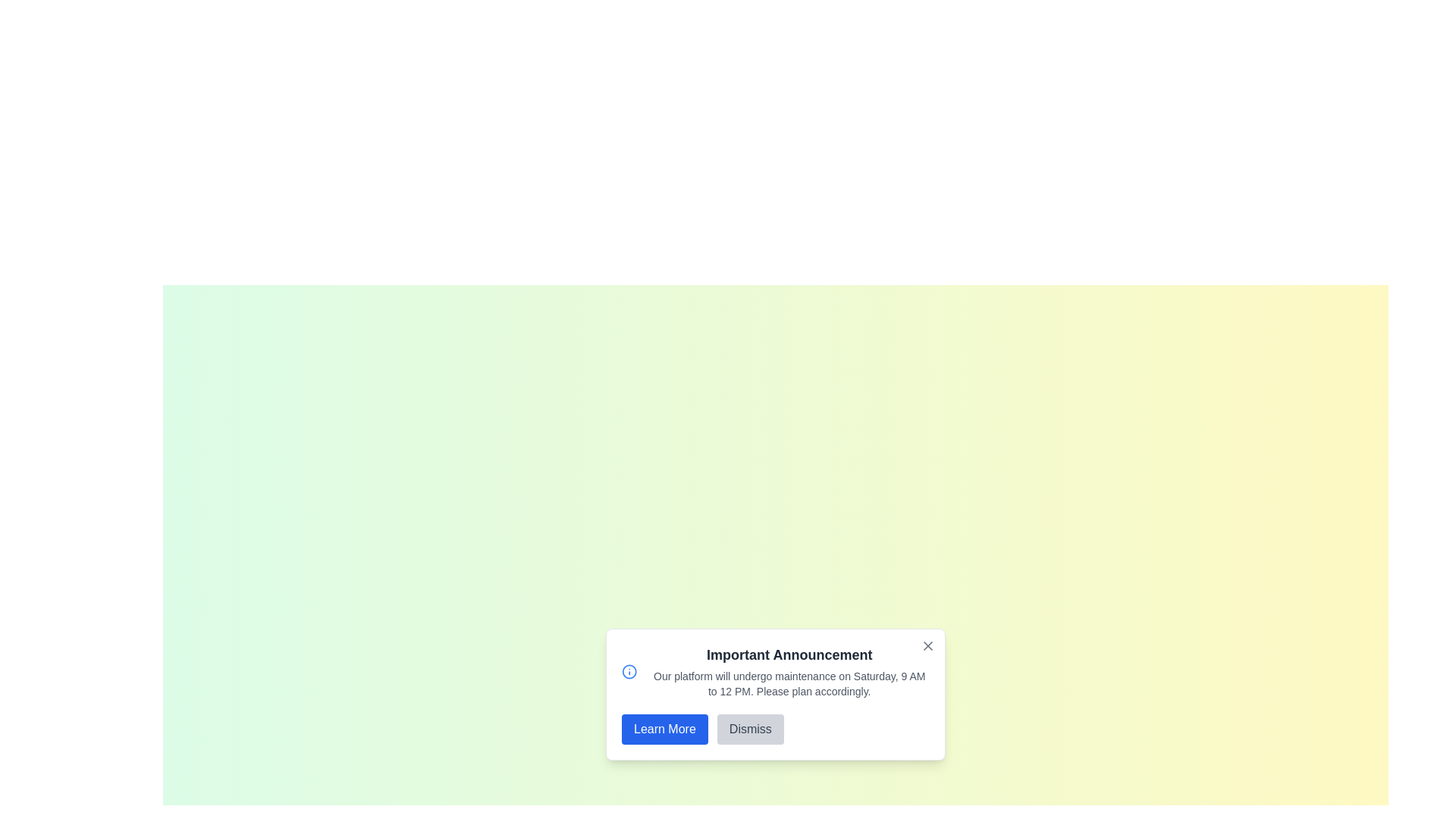  What do you see at coordinates (664, 728) in the screenshot?
I see `the 'Learn More' button to navigate to additional information` at bounding box center [664, 728].